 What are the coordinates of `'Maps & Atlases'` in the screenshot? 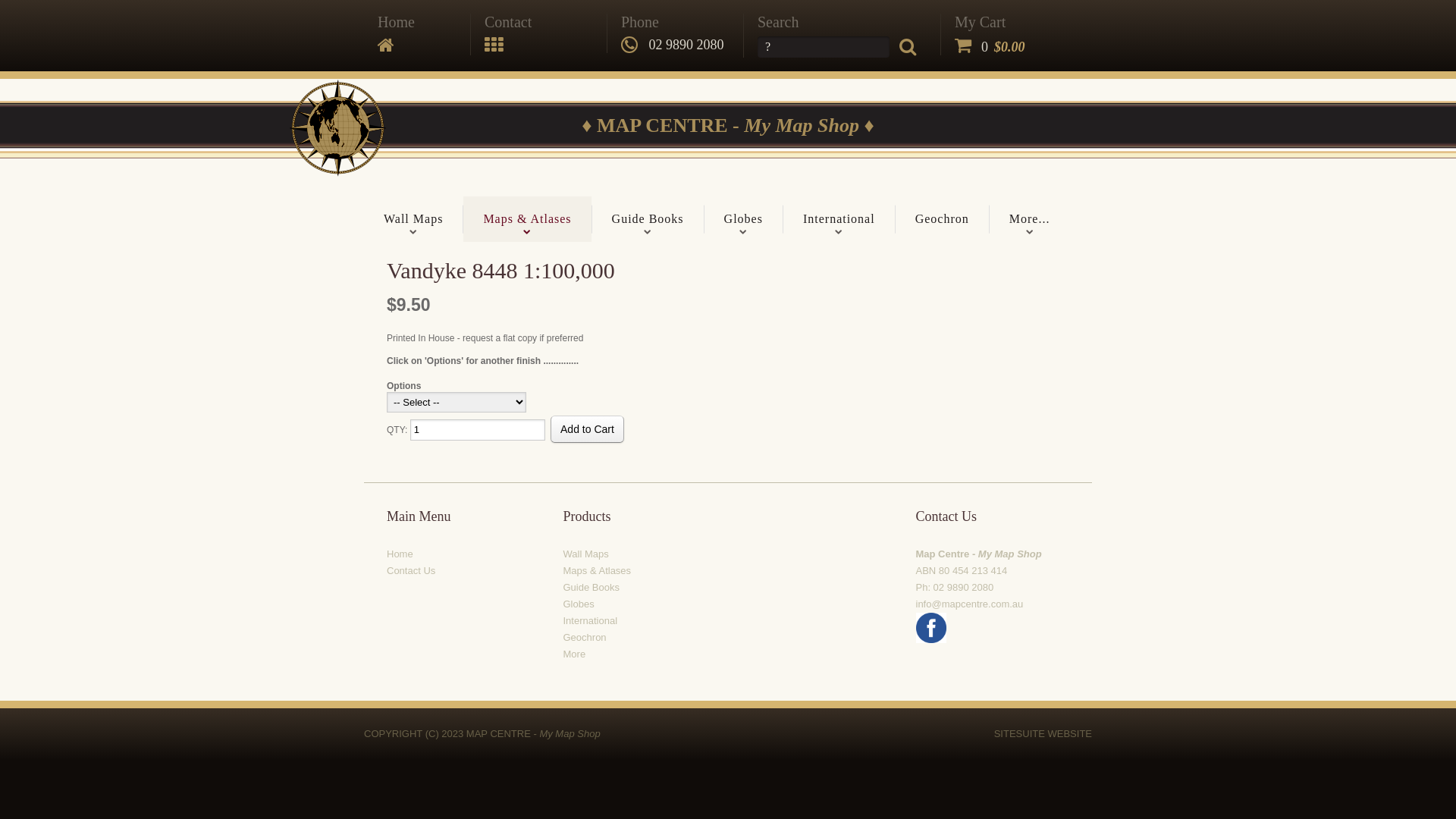 It's located at (596, 570).